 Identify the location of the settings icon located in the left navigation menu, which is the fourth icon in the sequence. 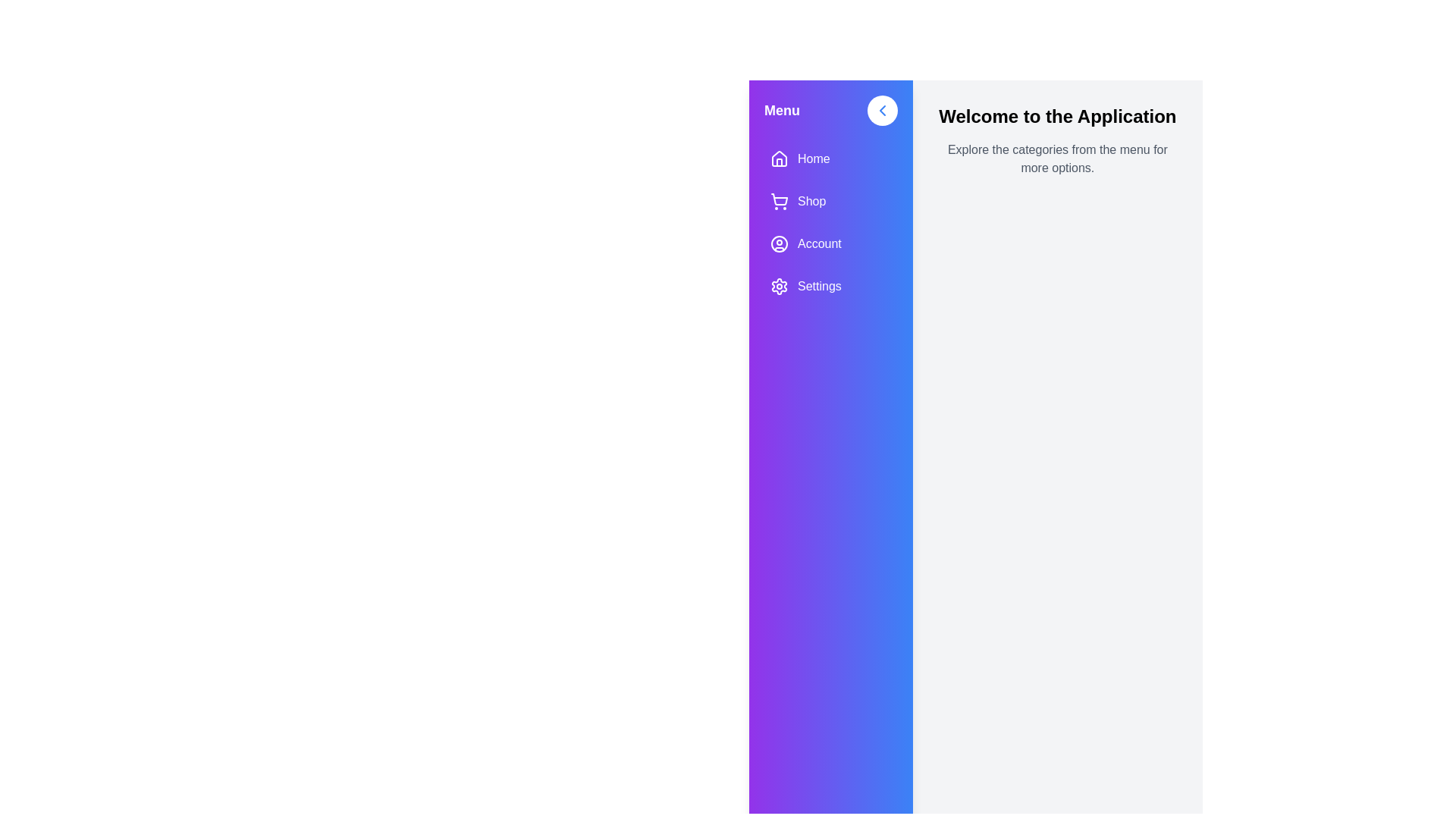
(779, 287).